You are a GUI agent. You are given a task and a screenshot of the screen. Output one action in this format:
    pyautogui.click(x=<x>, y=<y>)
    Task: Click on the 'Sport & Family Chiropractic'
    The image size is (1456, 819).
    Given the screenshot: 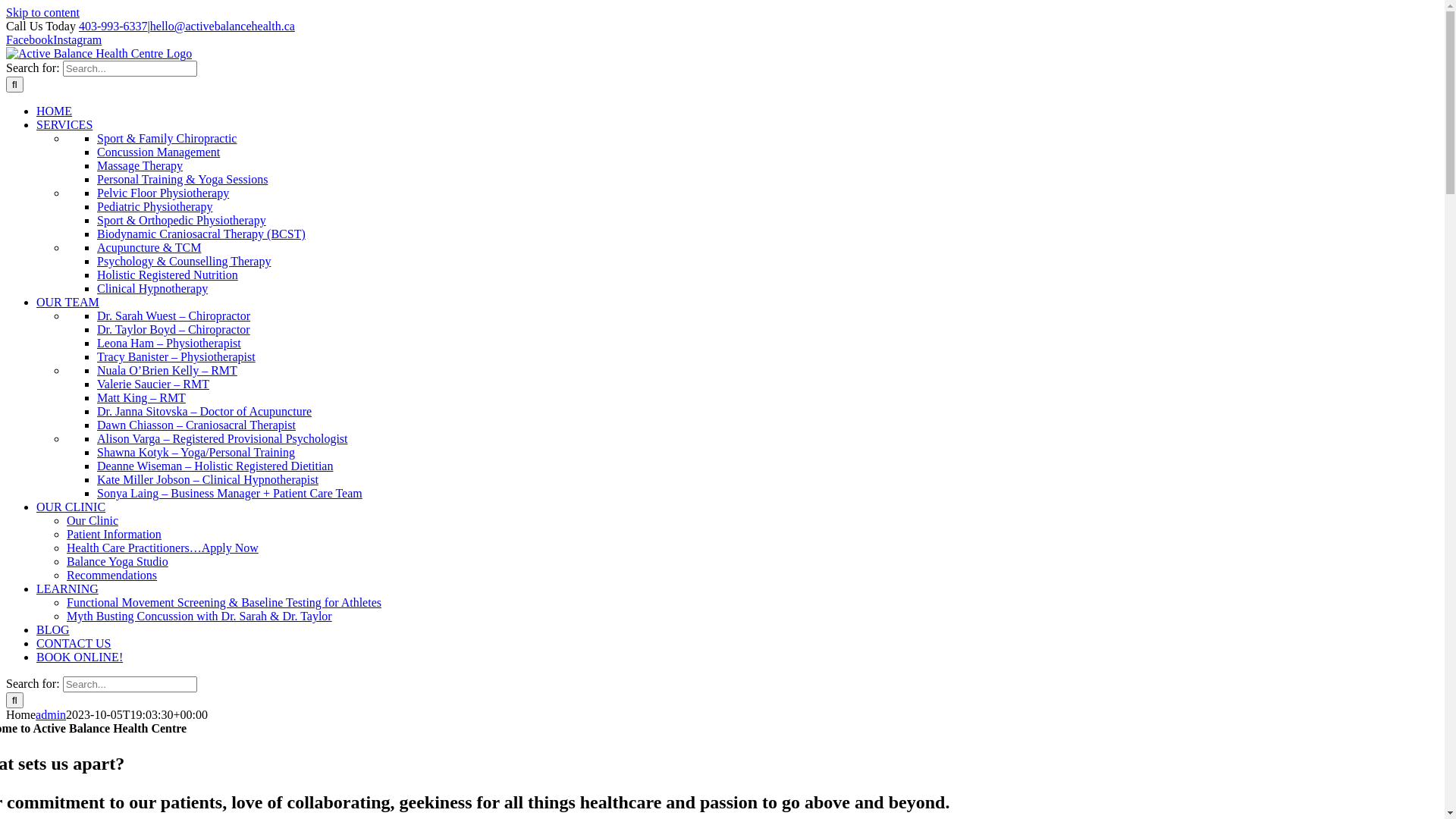 What is the action you would take?
    pyautogui.click(x=167, y=138)
    